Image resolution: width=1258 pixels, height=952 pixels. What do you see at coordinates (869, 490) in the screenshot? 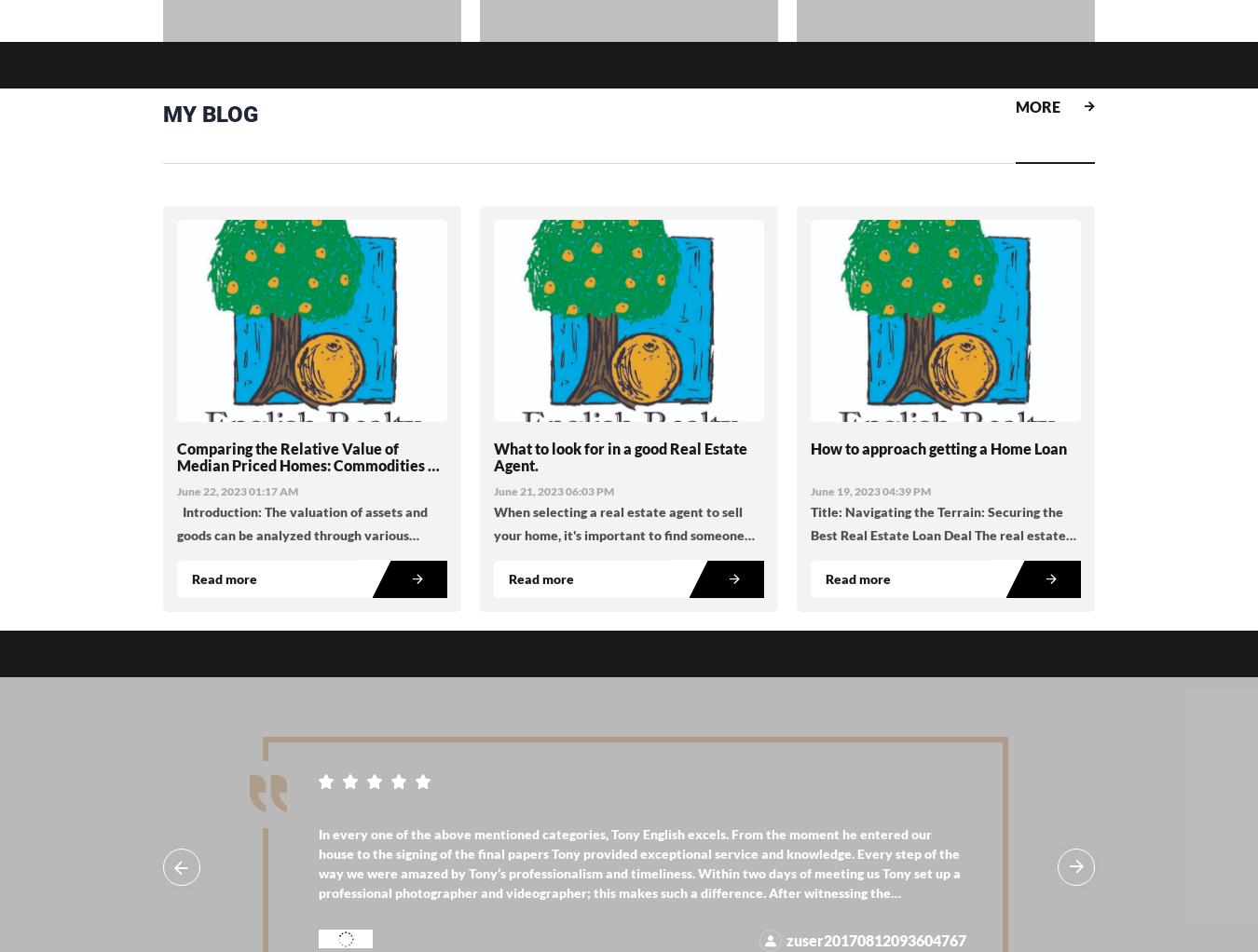
I see `'June 19, 2023 04:39 PM'` at bounding box center [869, 490].